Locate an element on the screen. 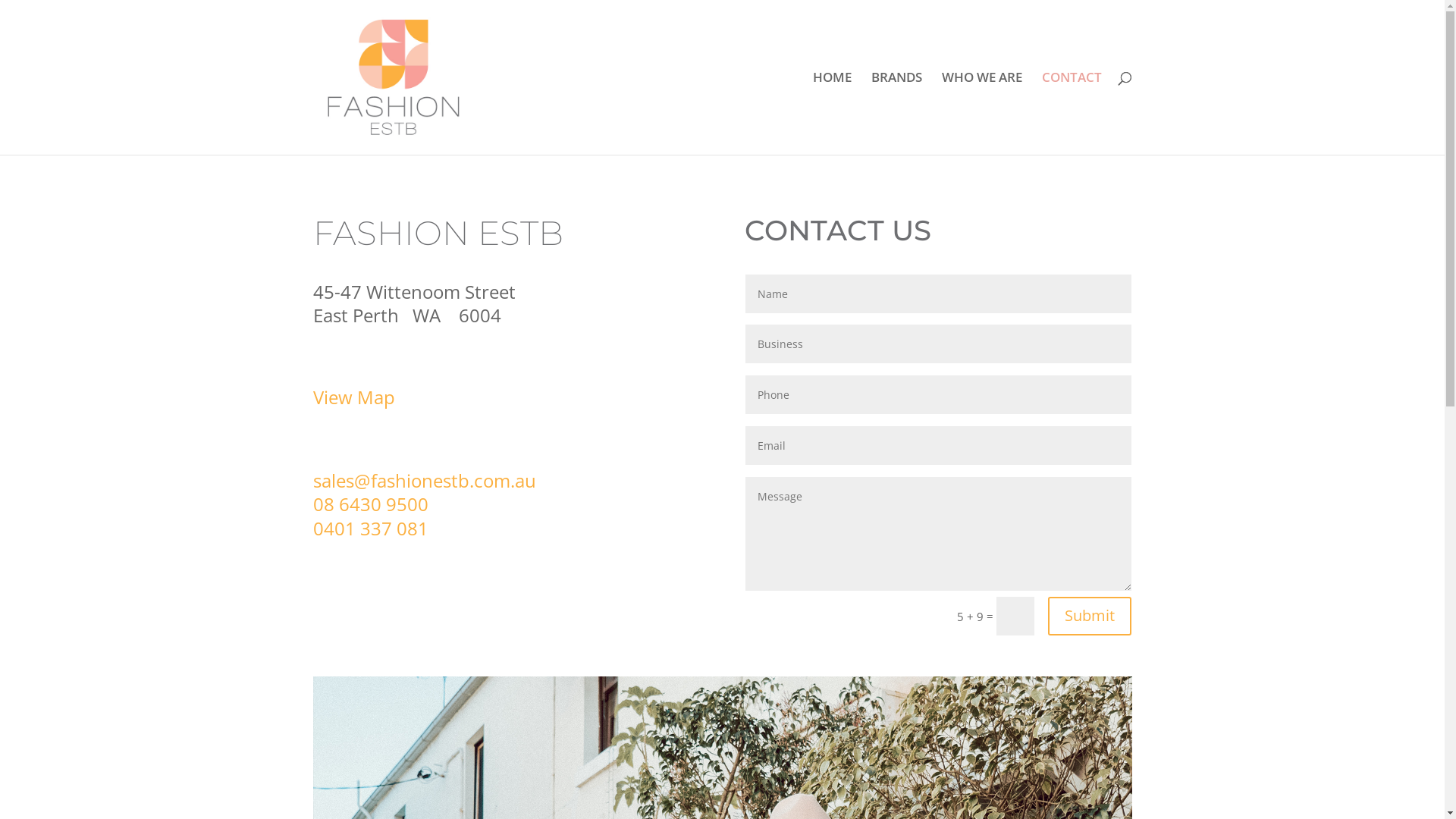 The width and height of the screenshot is (1456, 819). 'WHO WE ARE' is located at coordinates (982, 112).